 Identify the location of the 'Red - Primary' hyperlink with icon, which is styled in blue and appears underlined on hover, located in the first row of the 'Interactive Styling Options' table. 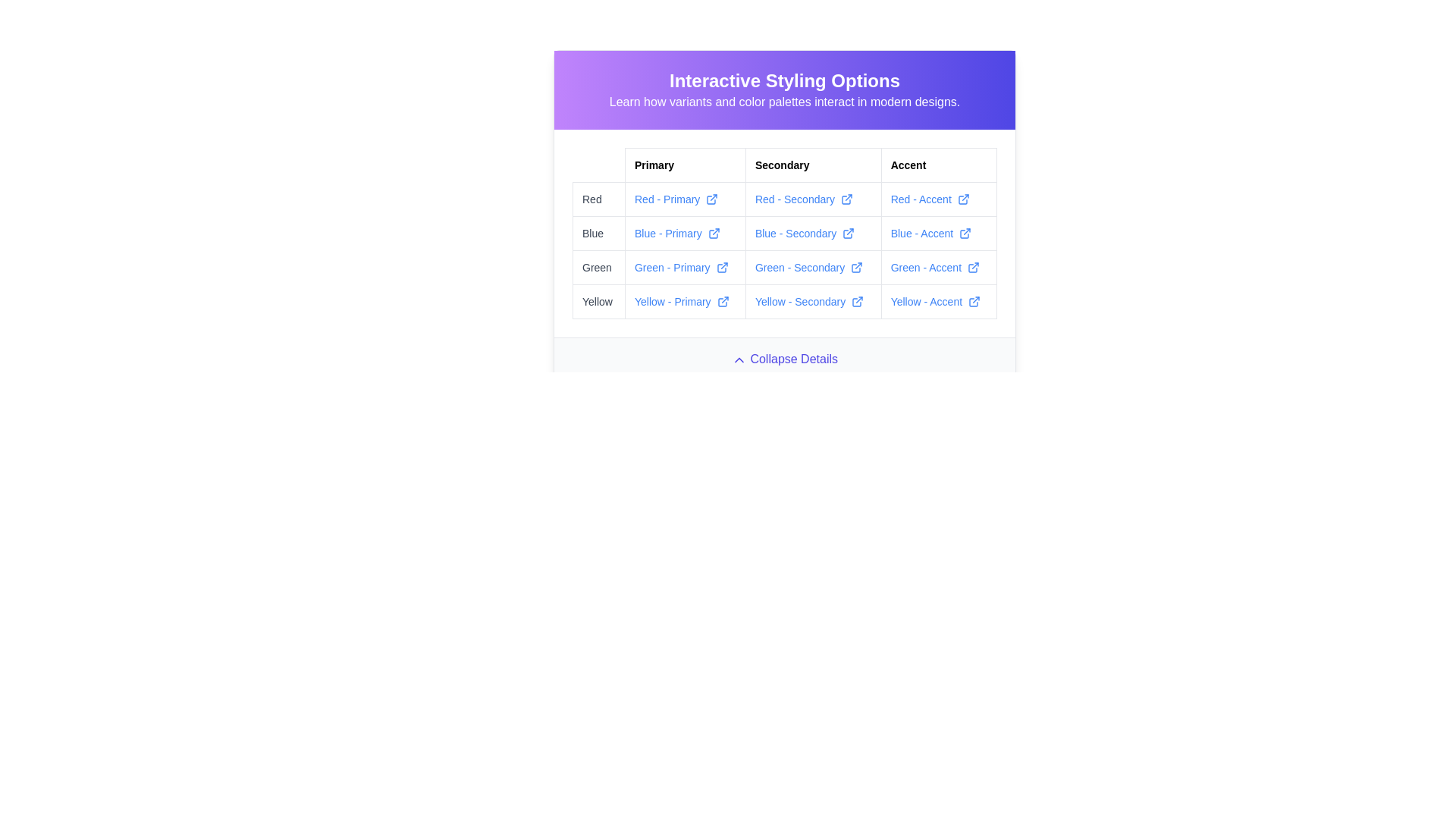
(684, 198).